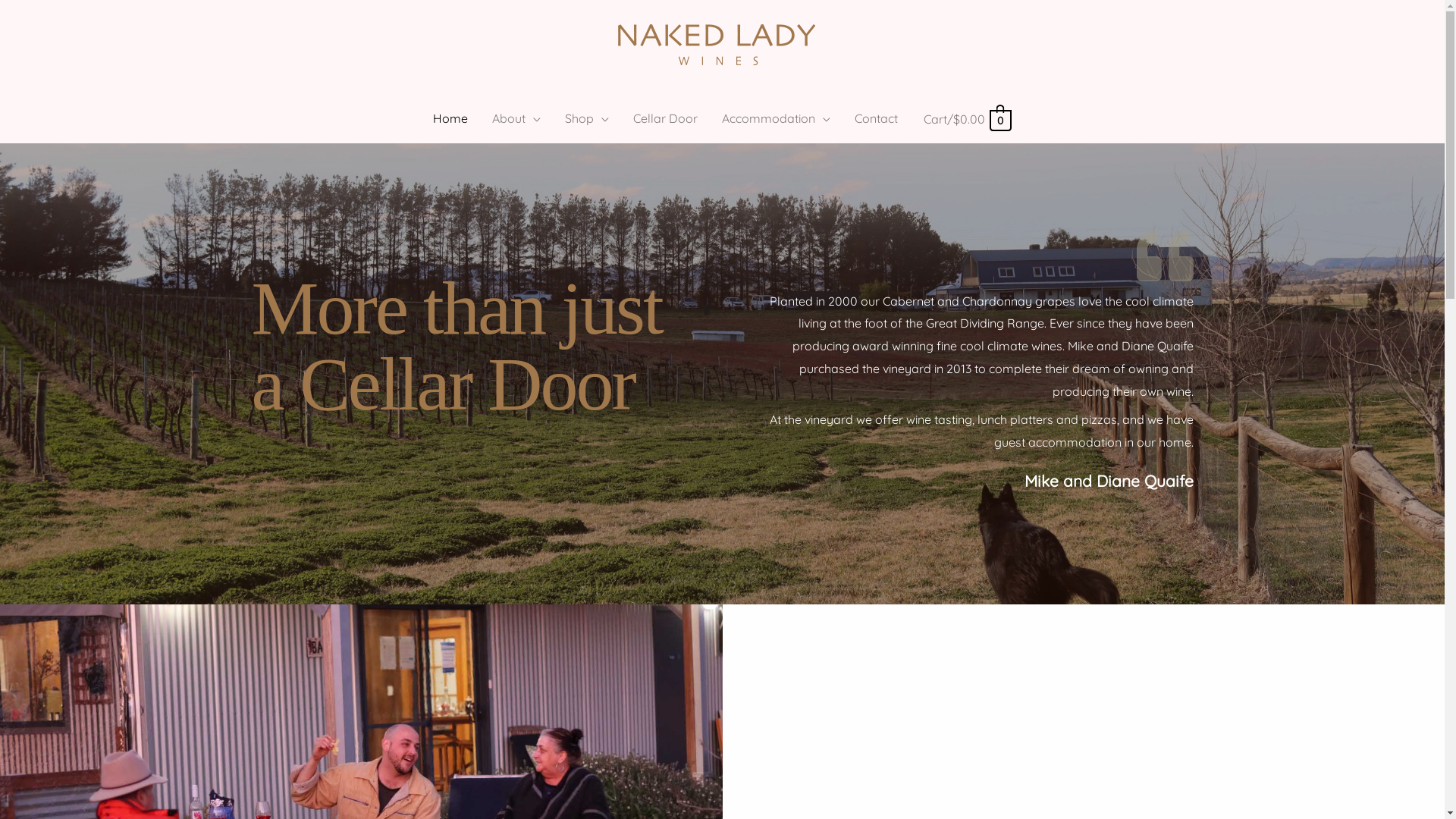 This screenshot has width=1456, height=819. What do you see at coordinates (966, 118) in the screenshot?
I see `'Cart/$0.00 0'` at bounding box center [966, 118].